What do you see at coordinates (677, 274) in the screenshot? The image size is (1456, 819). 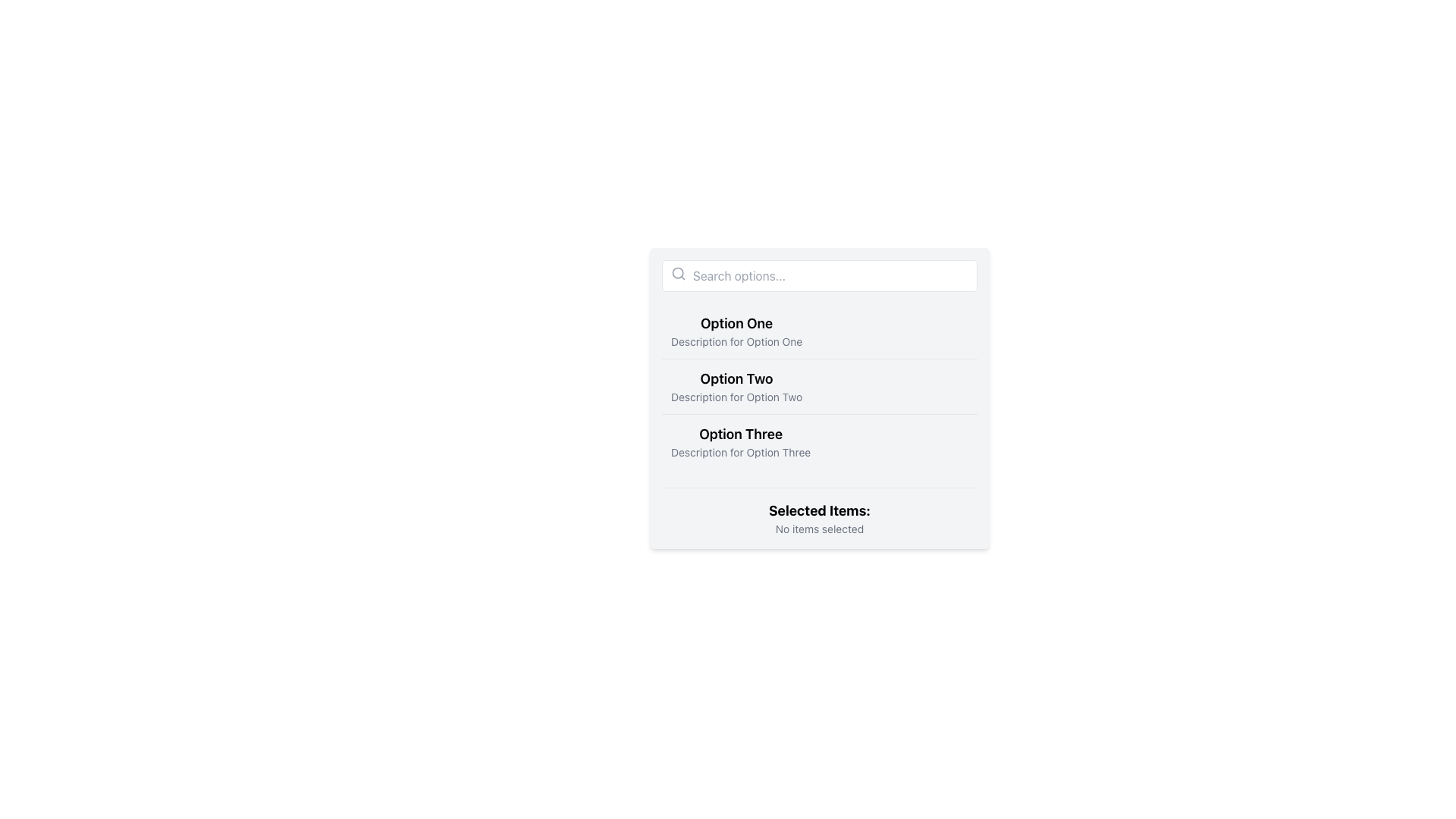 I see `the search icon located at the top-left corner of the search input field to initiate the search` at bounding box center [677, 274].